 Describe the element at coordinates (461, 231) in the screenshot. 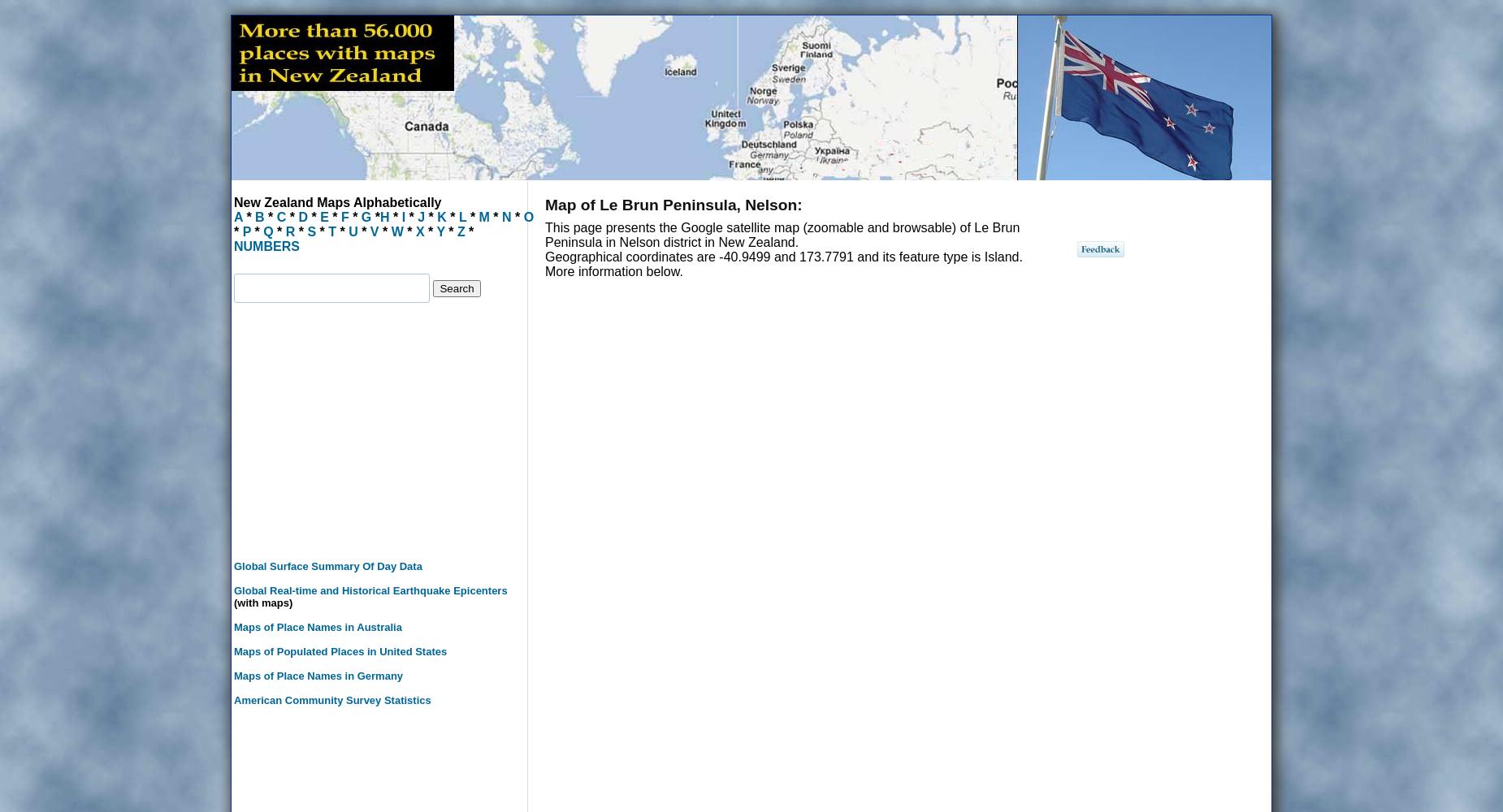

I see `'Z'` at that location.